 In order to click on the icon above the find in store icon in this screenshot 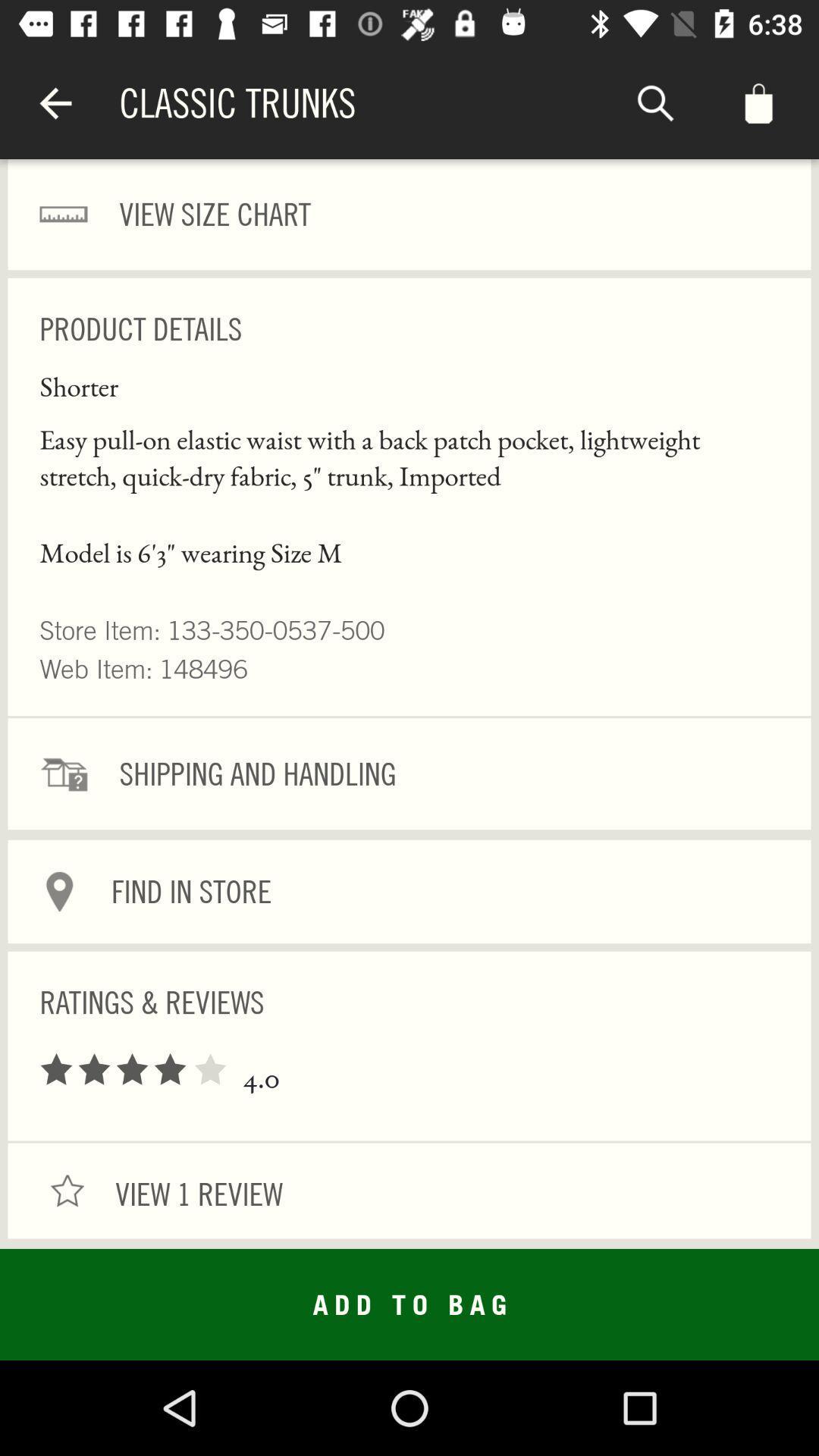, I will do `click(409, 773)`.